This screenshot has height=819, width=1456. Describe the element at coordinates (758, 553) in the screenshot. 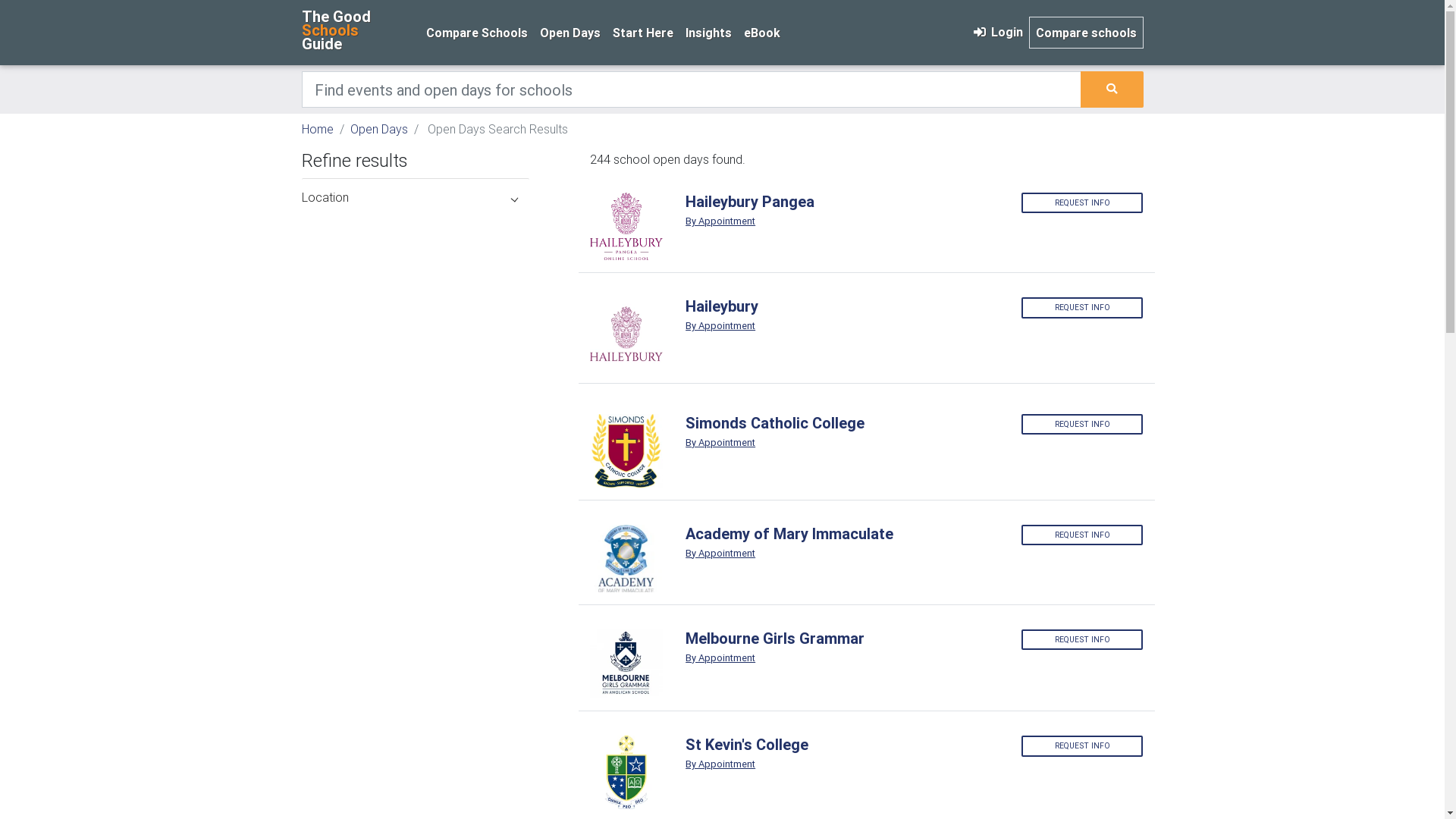

I see `'By Appointment'` at that location.